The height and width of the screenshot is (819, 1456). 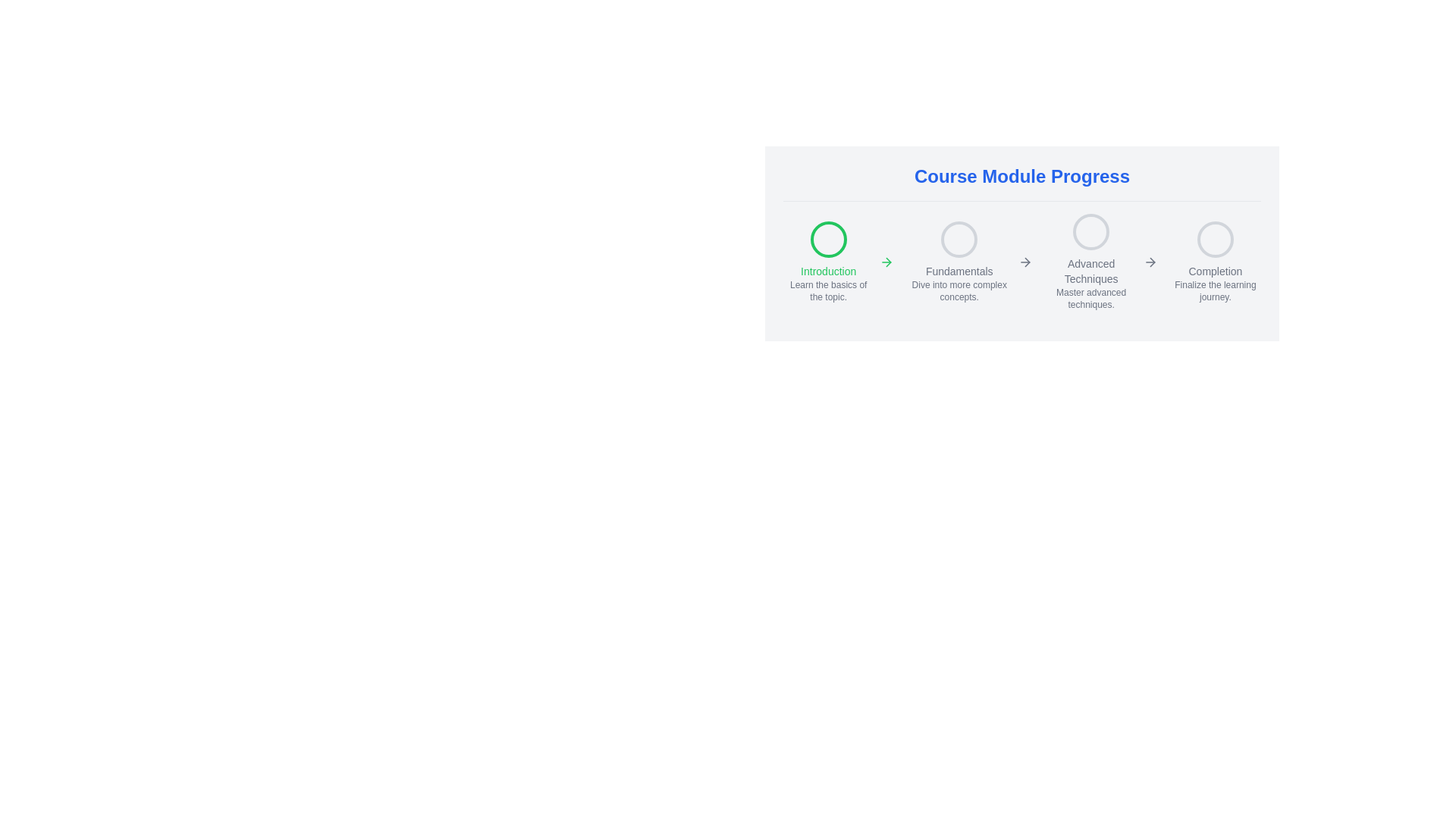 What do you see at coordinates (1022, 182) in the screenshot?
I see `text header displaying 'Course Module Progress', which is bold, large, and bright blue, located at the top of the course progress section` at bounding box center [1022, 182].